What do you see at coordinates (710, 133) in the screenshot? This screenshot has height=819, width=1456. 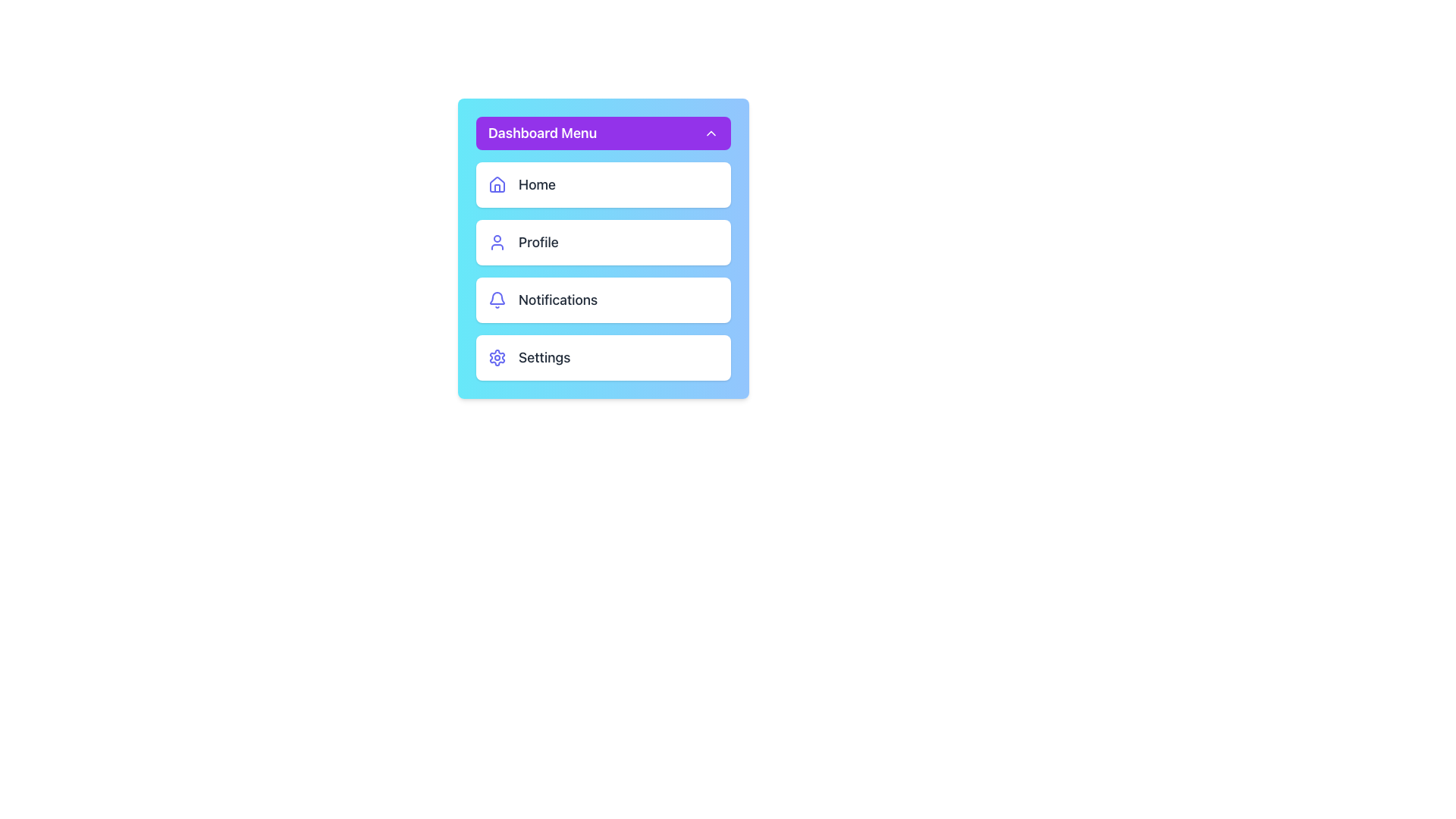 I see `the downward-pointing chevron icon located on the right side of the purple 'Dashboard Menu' bar` at bounding box center [710, 133].